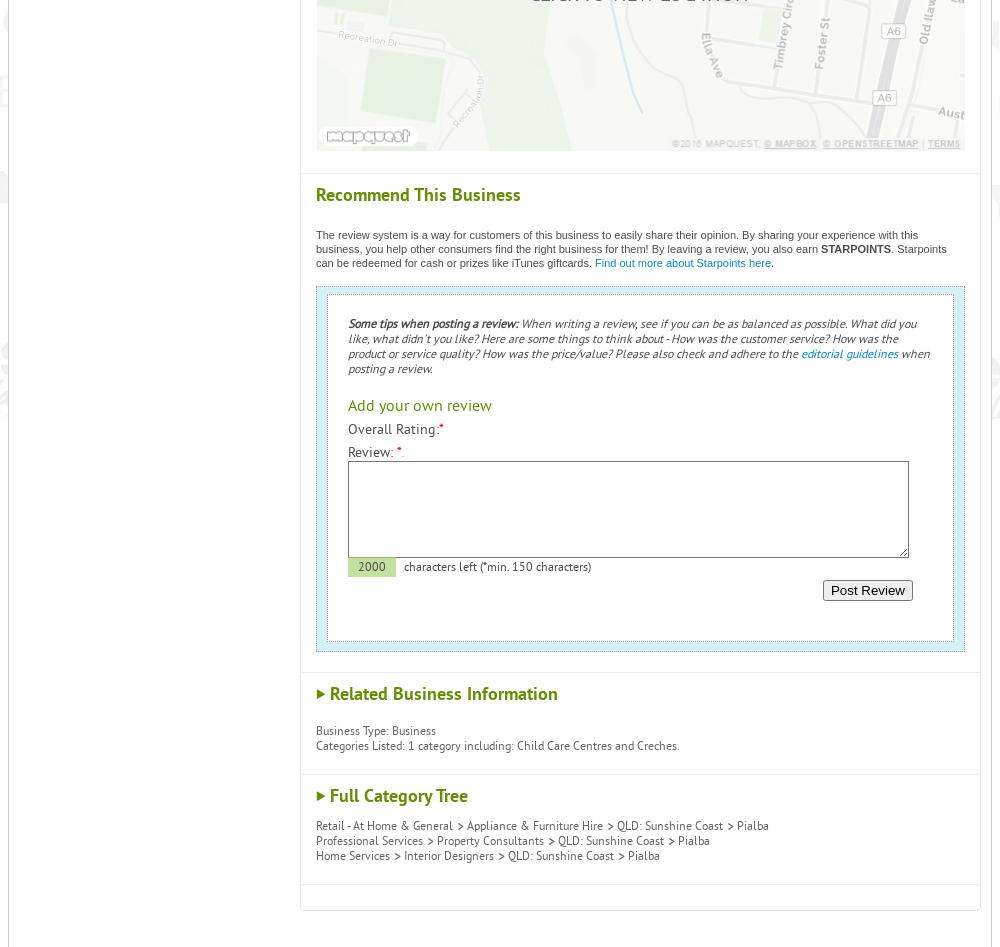  I want to click on 'Categories Listed: 1 category including: Child Care Centres and Creches.', so click(315, 745).